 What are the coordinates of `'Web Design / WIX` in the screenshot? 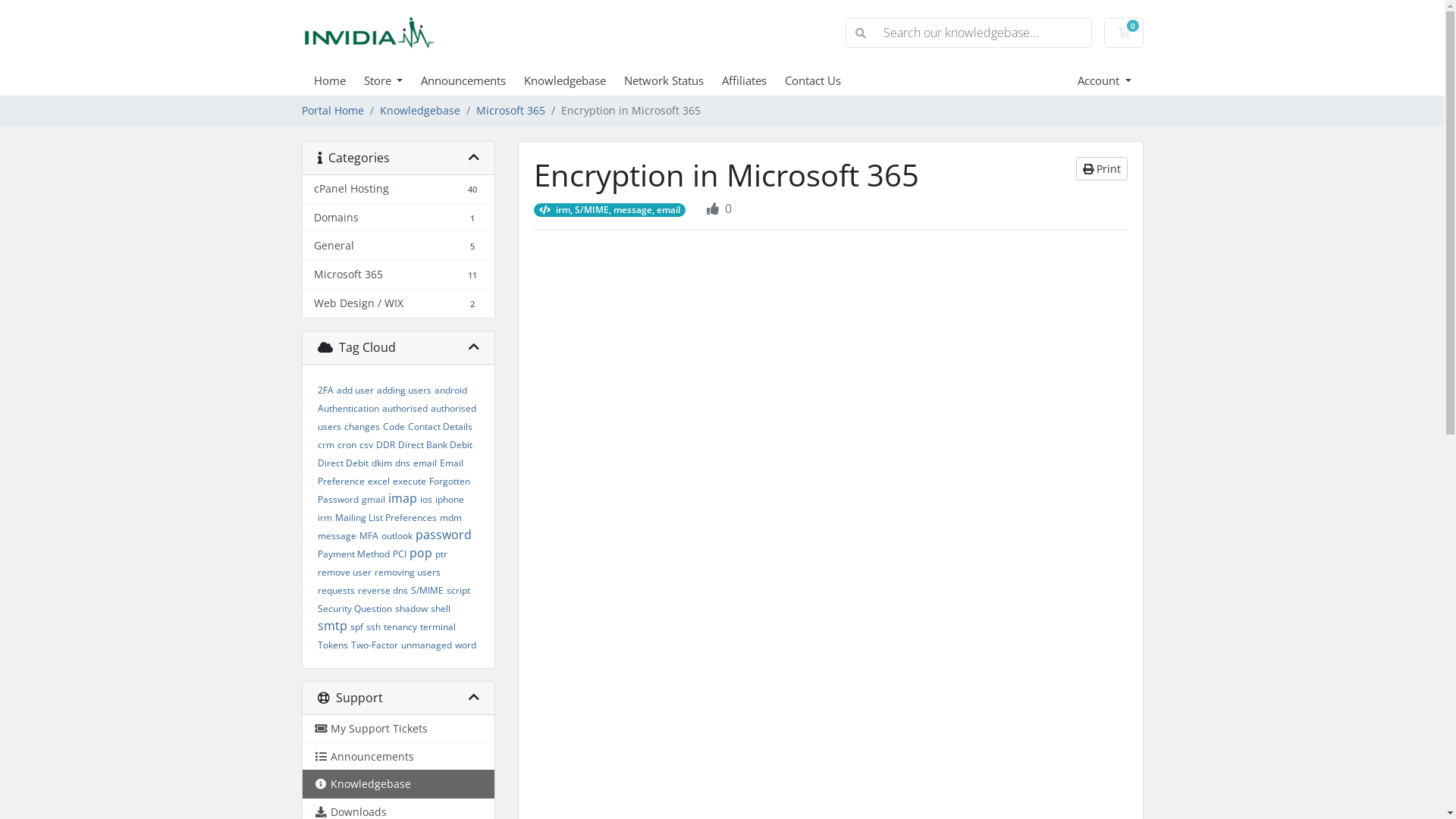 It's located at (397, 303).